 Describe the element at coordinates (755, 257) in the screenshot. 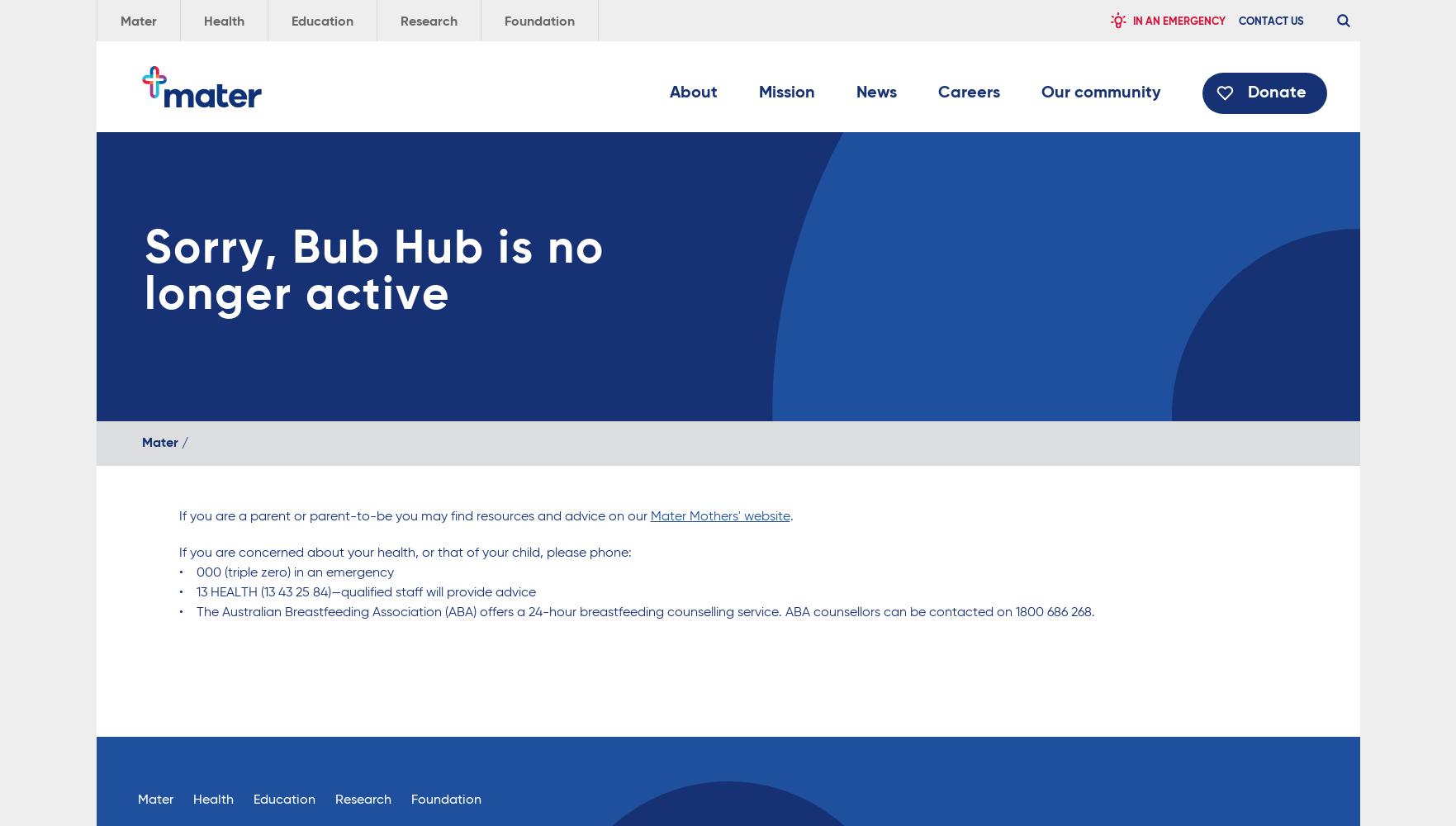

I see `'Our future developments'` at that location.